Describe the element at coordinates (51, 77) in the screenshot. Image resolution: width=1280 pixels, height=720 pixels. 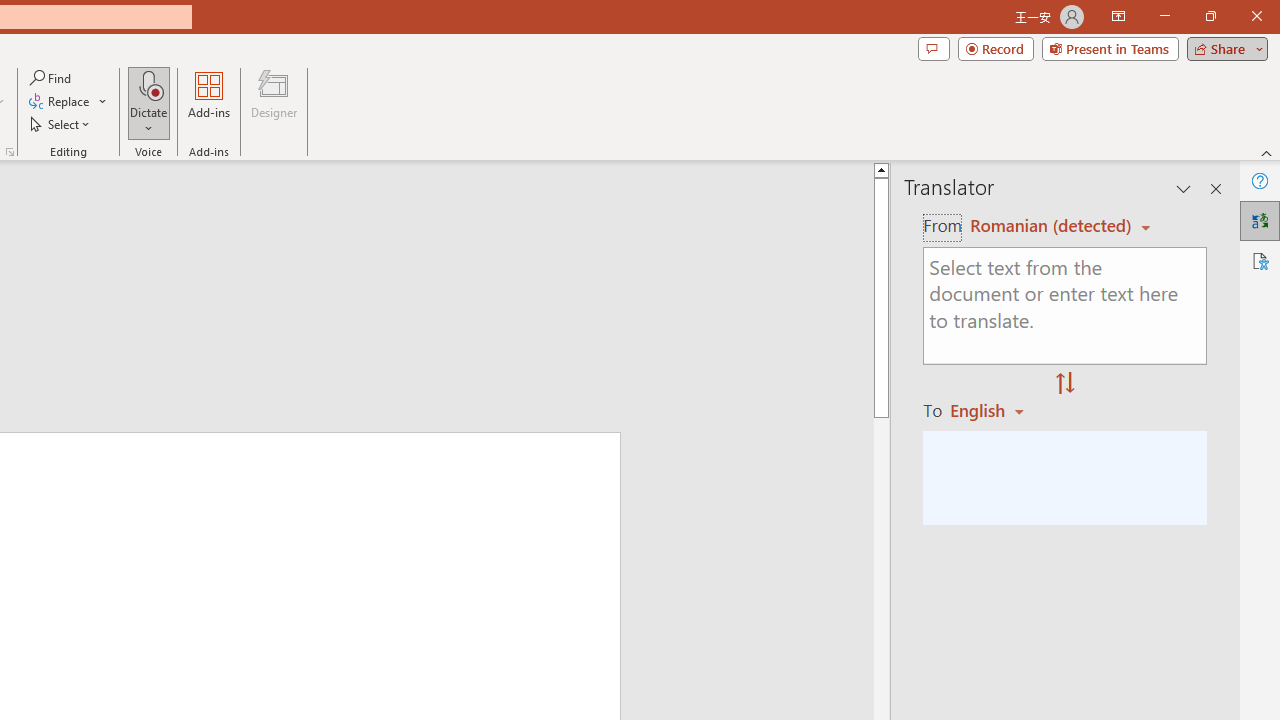
I see `'Find...'` at that location.